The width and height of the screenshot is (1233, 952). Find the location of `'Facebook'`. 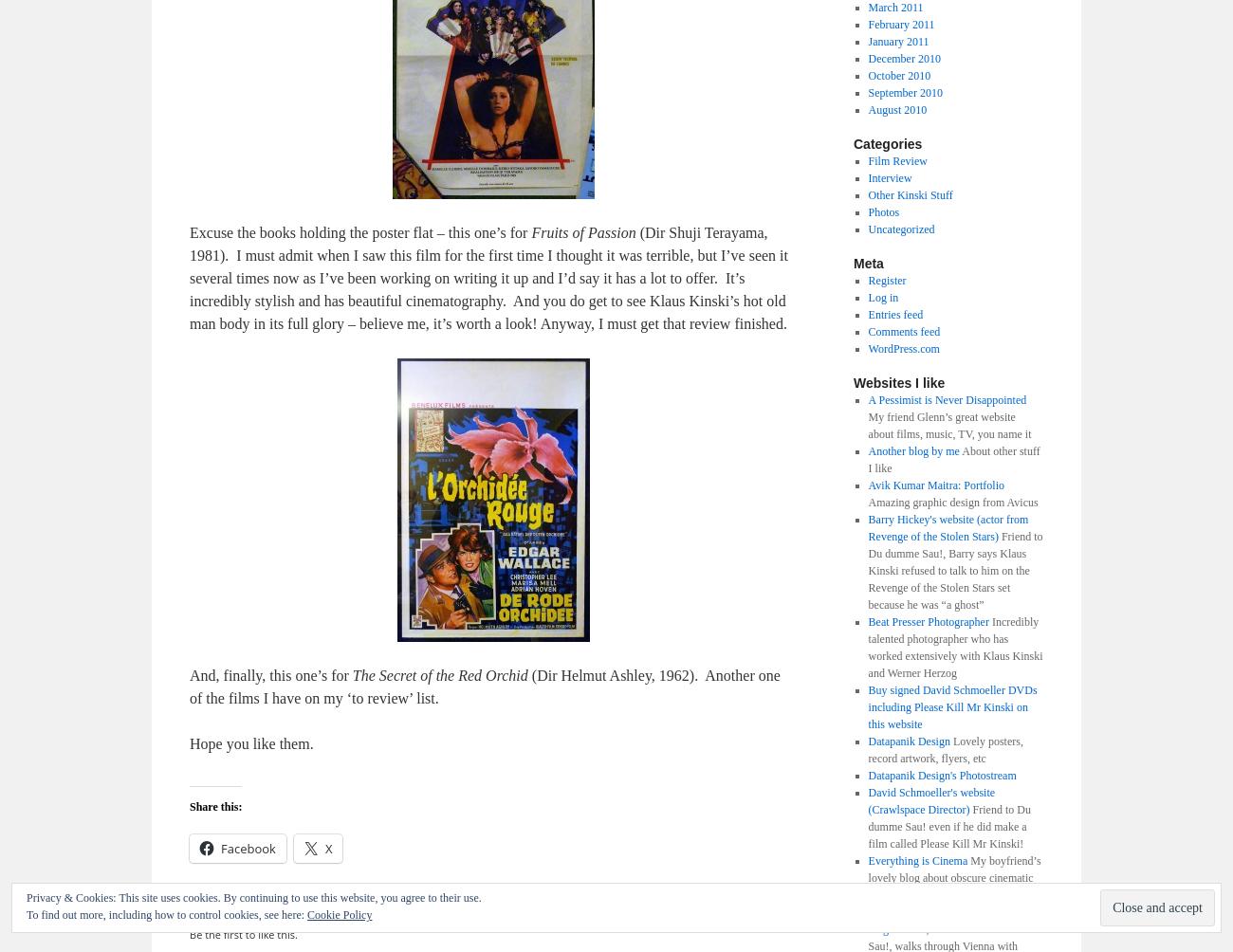

'Facebook' is located at coordinates (247, 847).